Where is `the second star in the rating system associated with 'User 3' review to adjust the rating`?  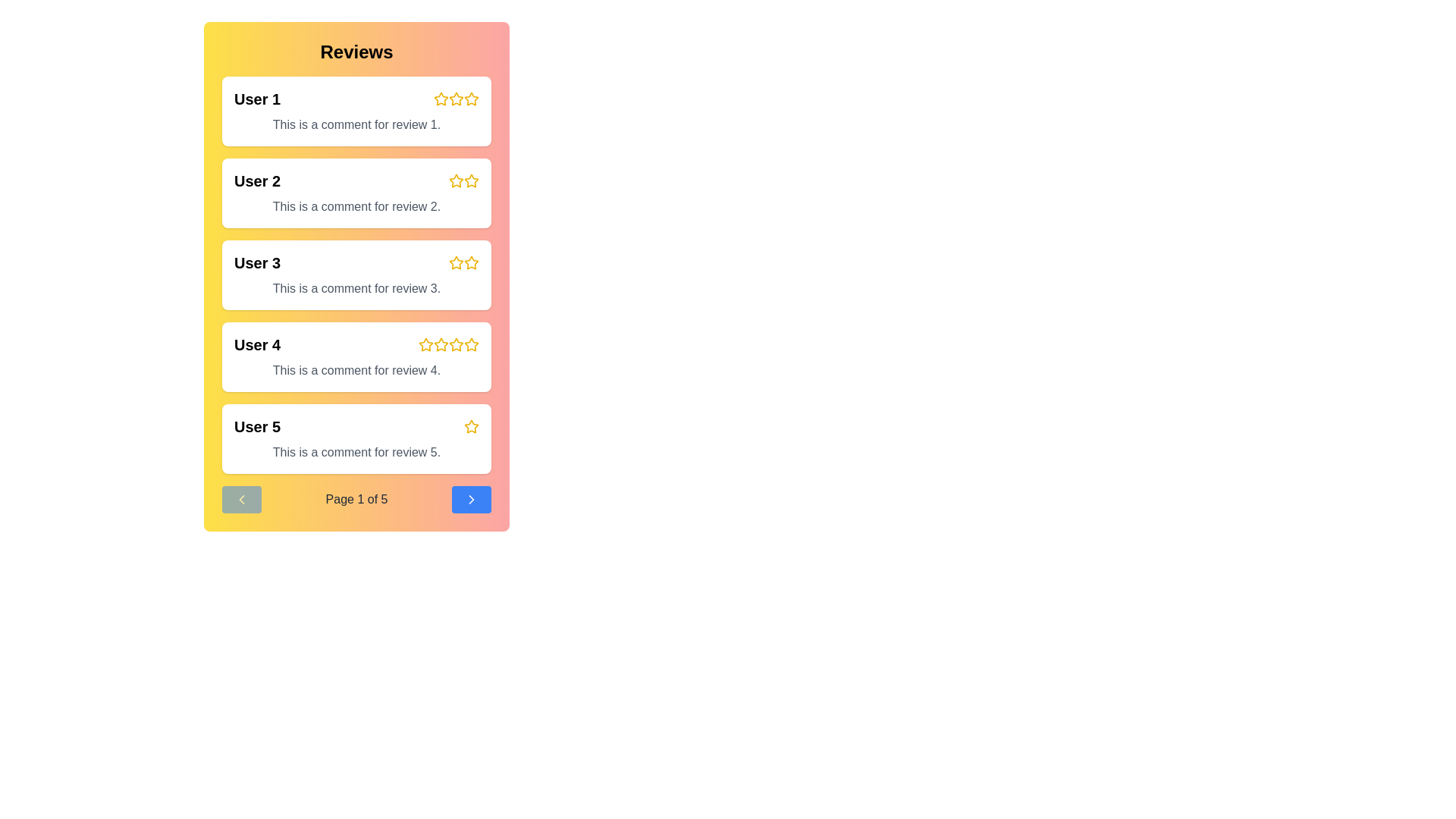 the second star in the rating system associated with 'User 3' review to adjust the rating is located at coordinates (463, 262).